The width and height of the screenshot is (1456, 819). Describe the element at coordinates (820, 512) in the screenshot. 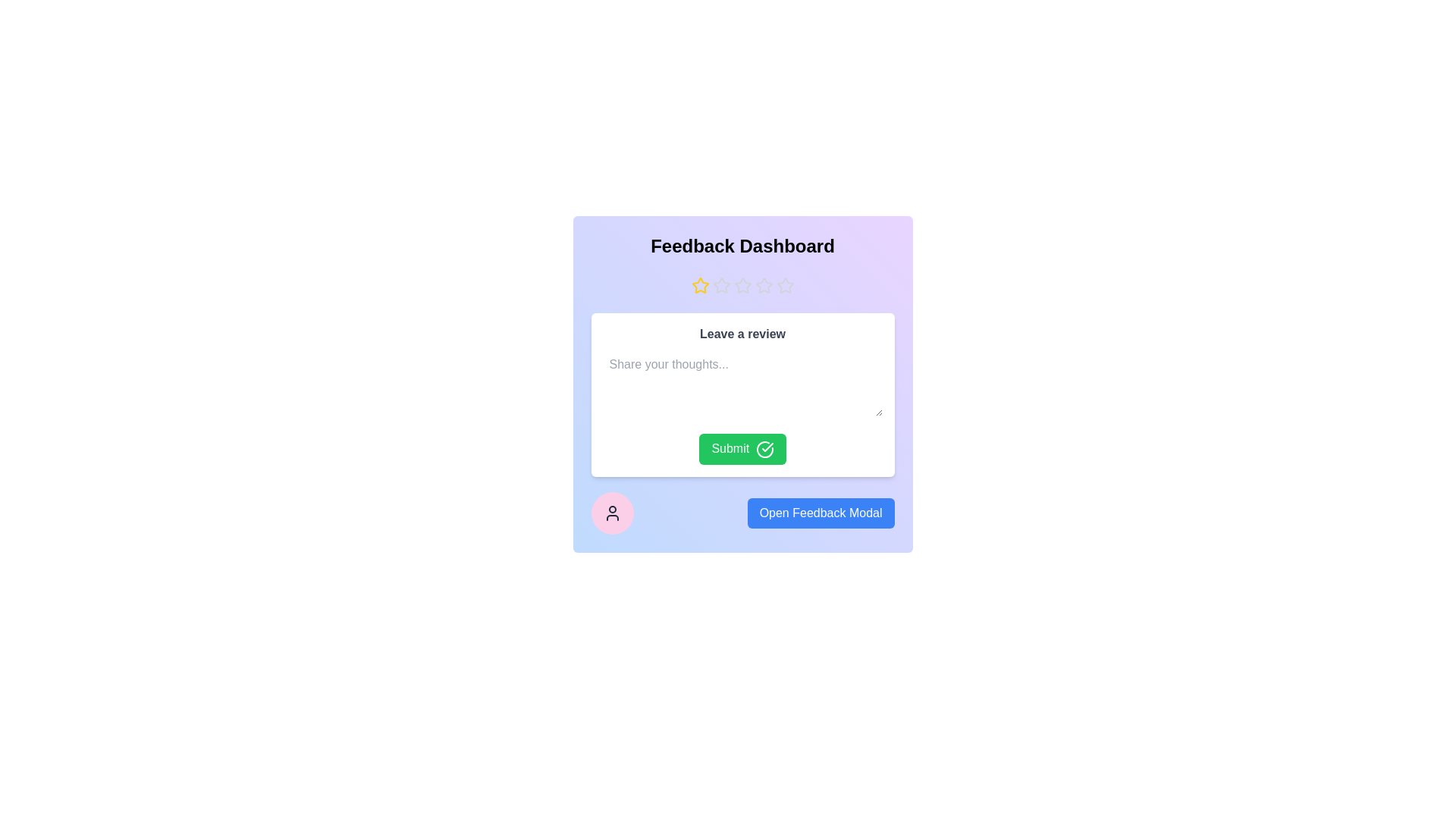

I see `the feedback button located to the right of the circular icon with a person symbol` at that location.